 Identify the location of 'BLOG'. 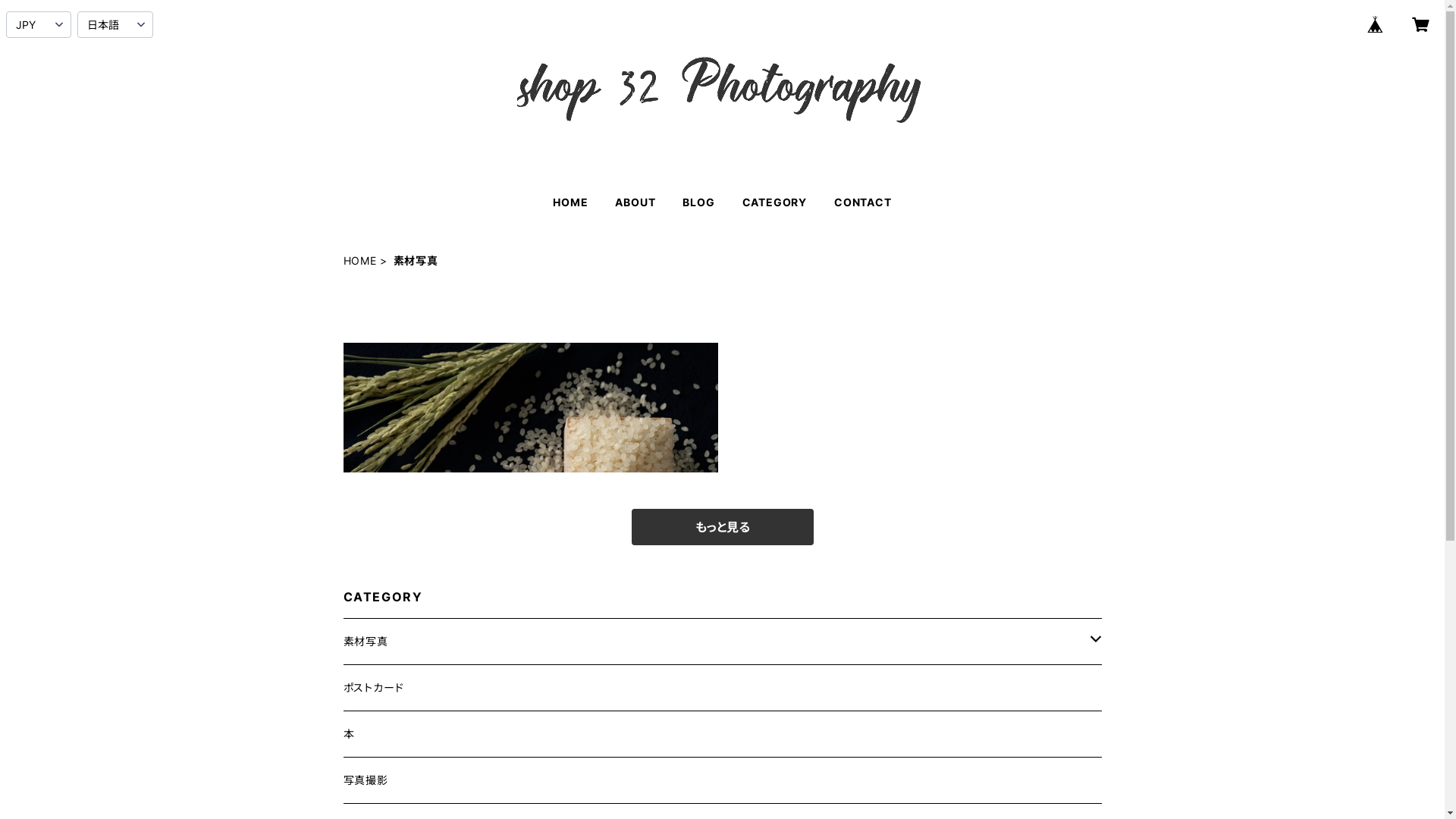
(698, 201).